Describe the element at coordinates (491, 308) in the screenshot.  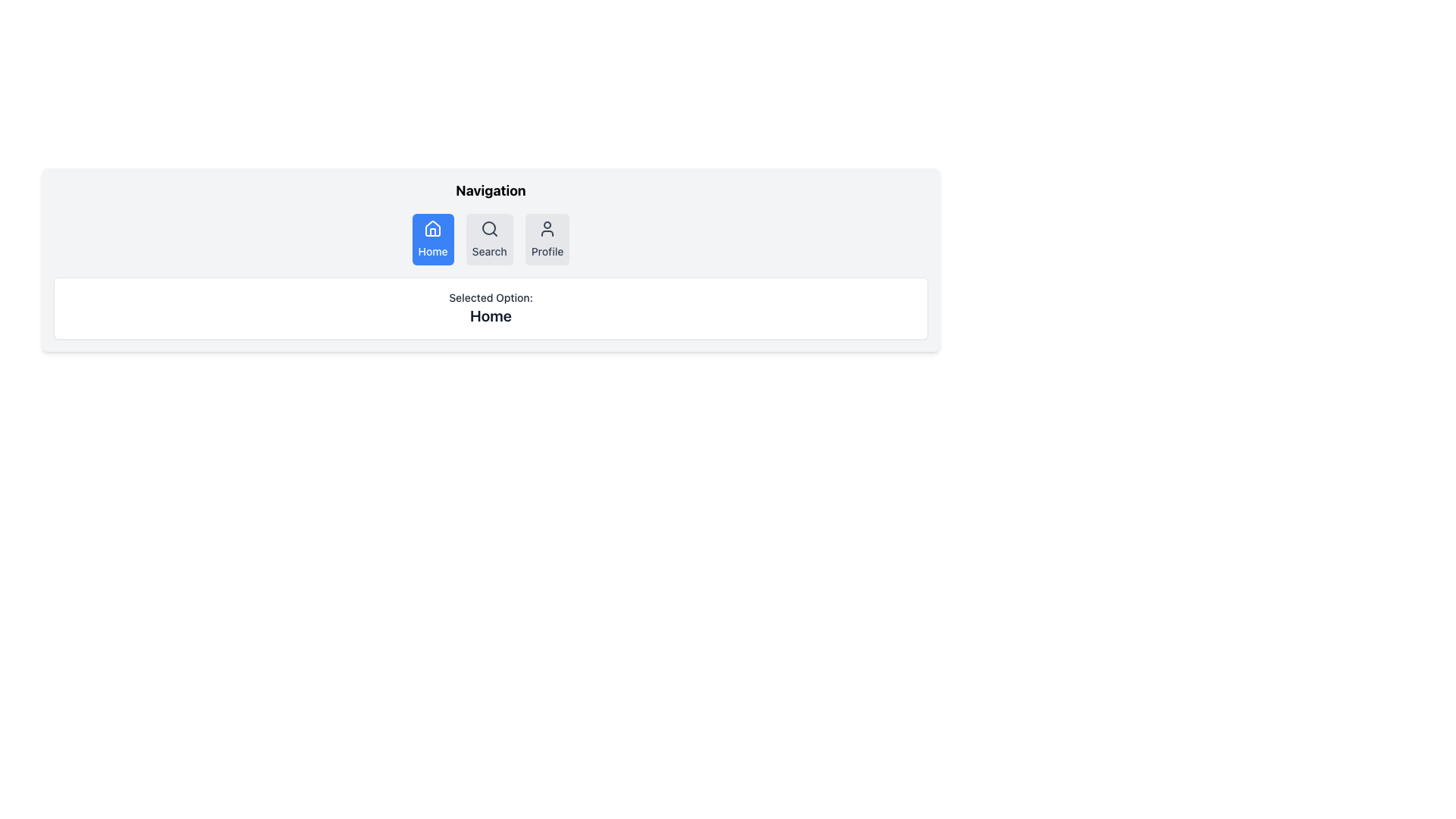
I see `the Text Display Box that indicates the currently selected navigation option, located beneath the navigation bar` at that location.